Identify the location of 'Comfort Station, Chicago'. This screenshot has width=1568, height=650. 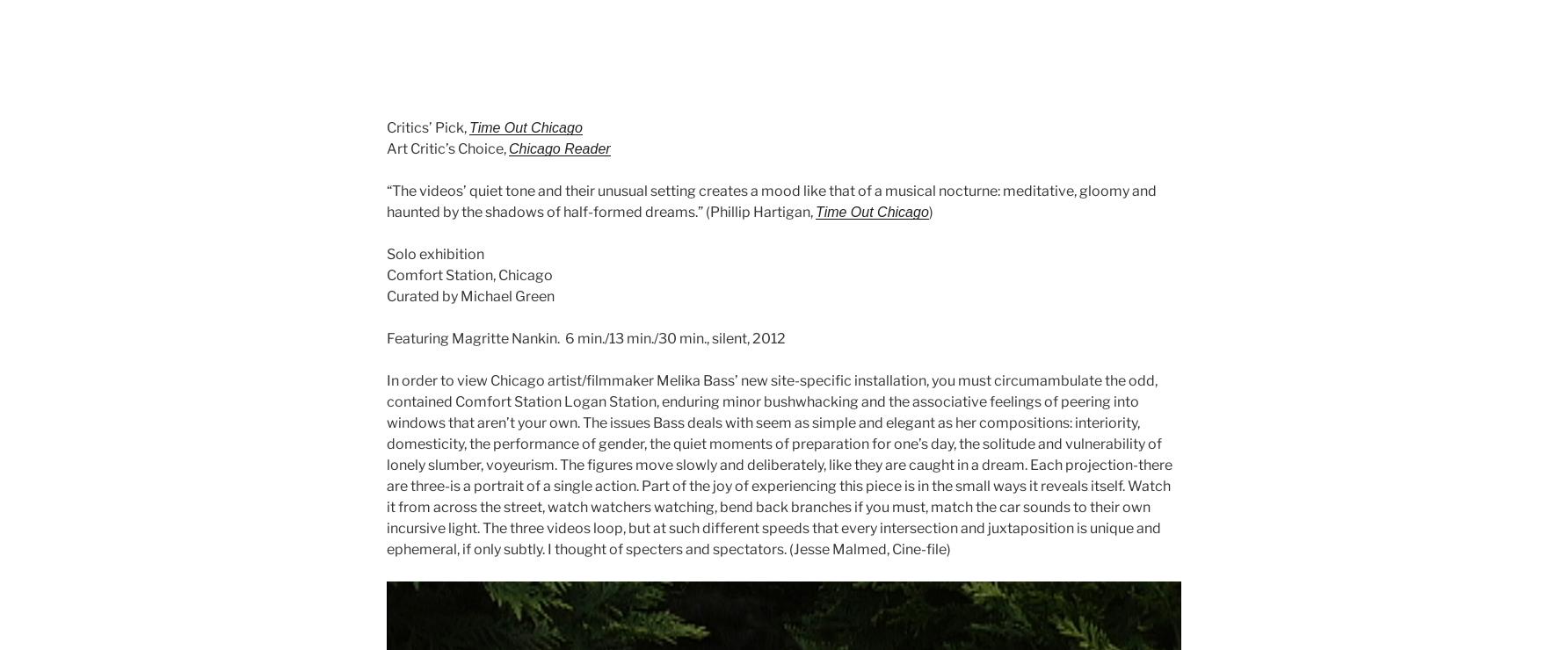
(469, 274).